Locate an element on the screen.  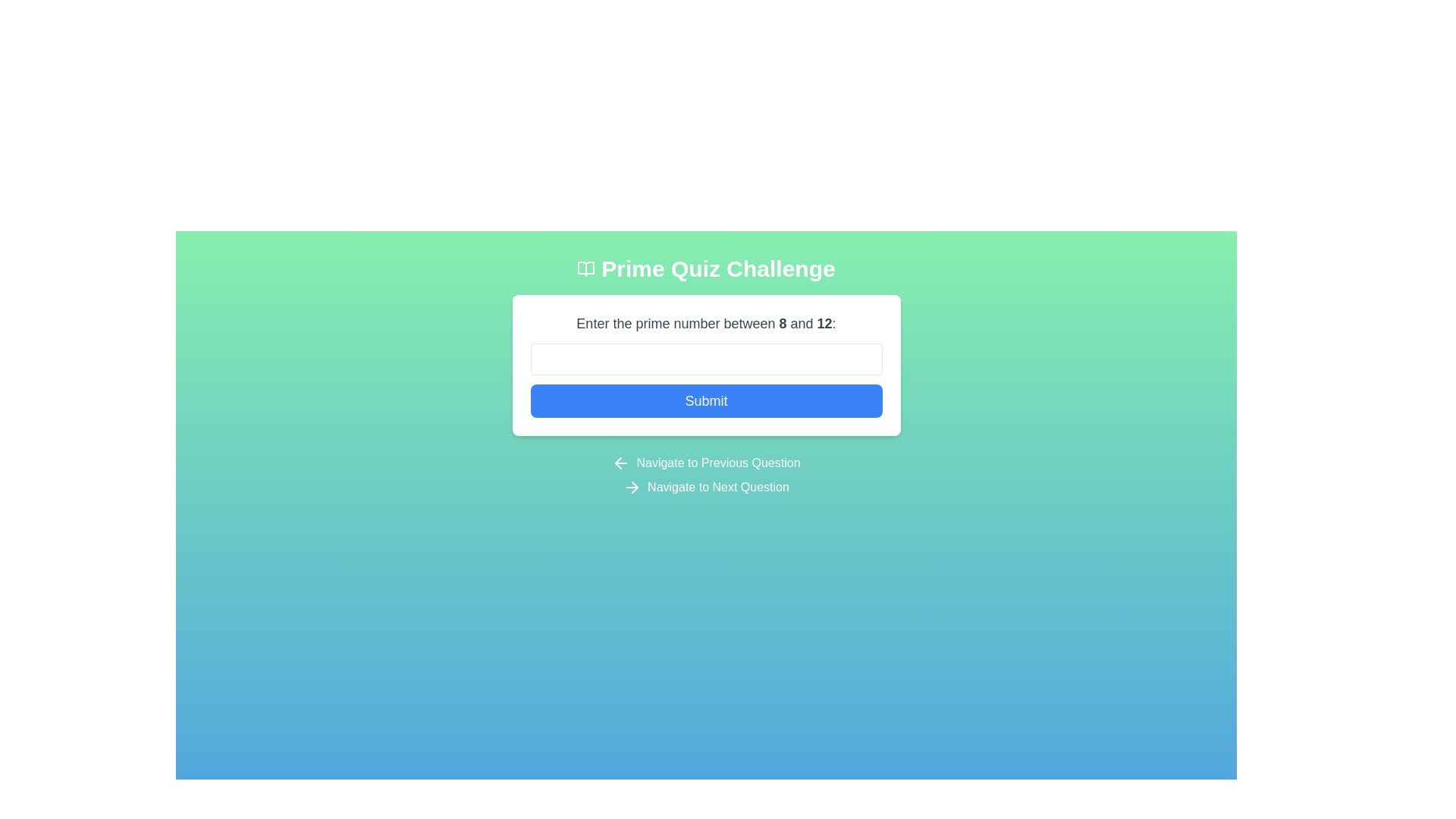
the decorative icon depicting an open book, which is located to the left of the title 'Prime Quiz Challenge' is located at coordinates (585, 268).